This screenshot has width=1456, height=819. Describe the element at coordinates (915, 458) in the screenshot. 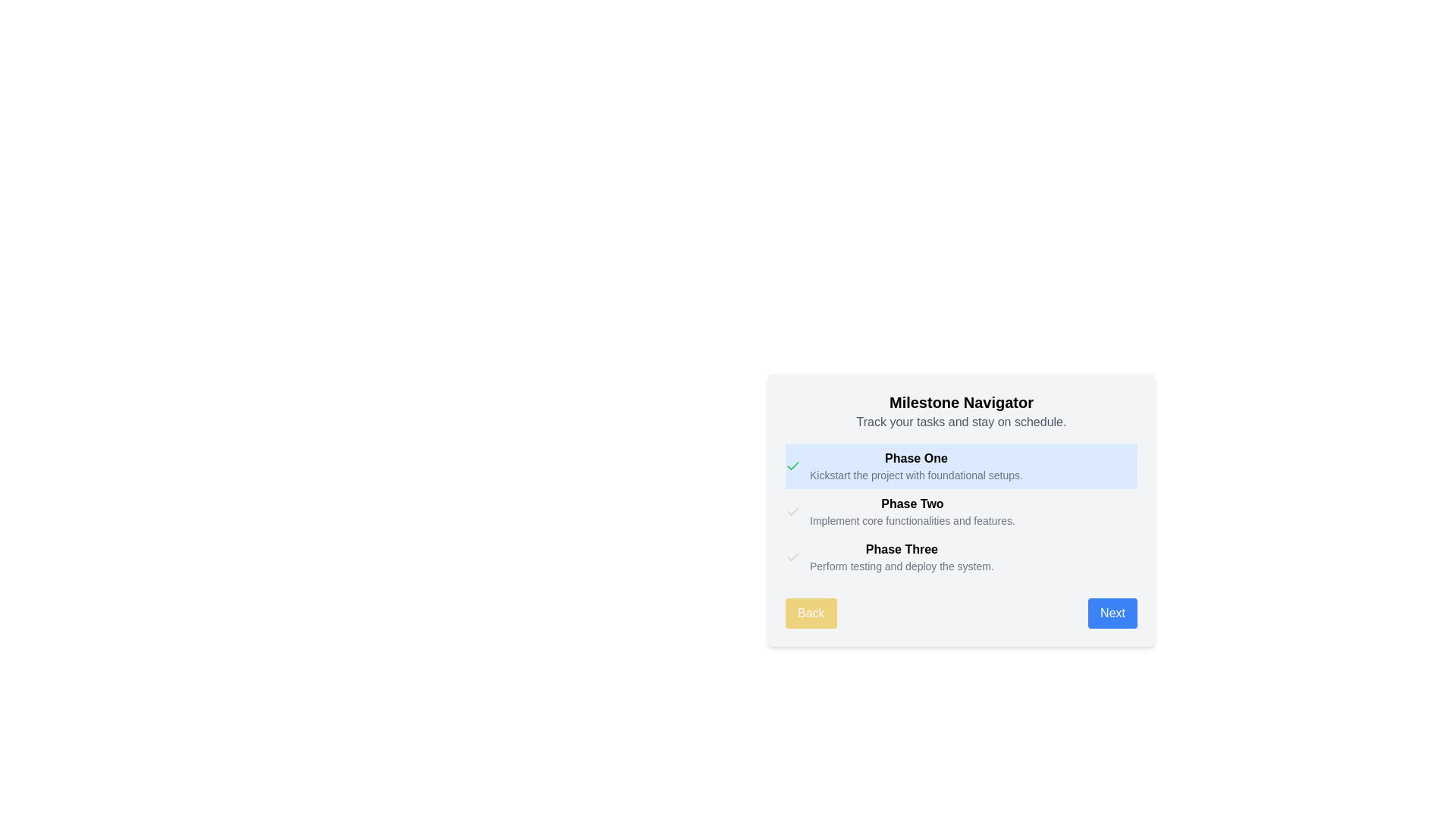

I see `the Text Label that serves as the title for the first phase in a sequence, located above descriptive text in a vertical list of phases` at that location.